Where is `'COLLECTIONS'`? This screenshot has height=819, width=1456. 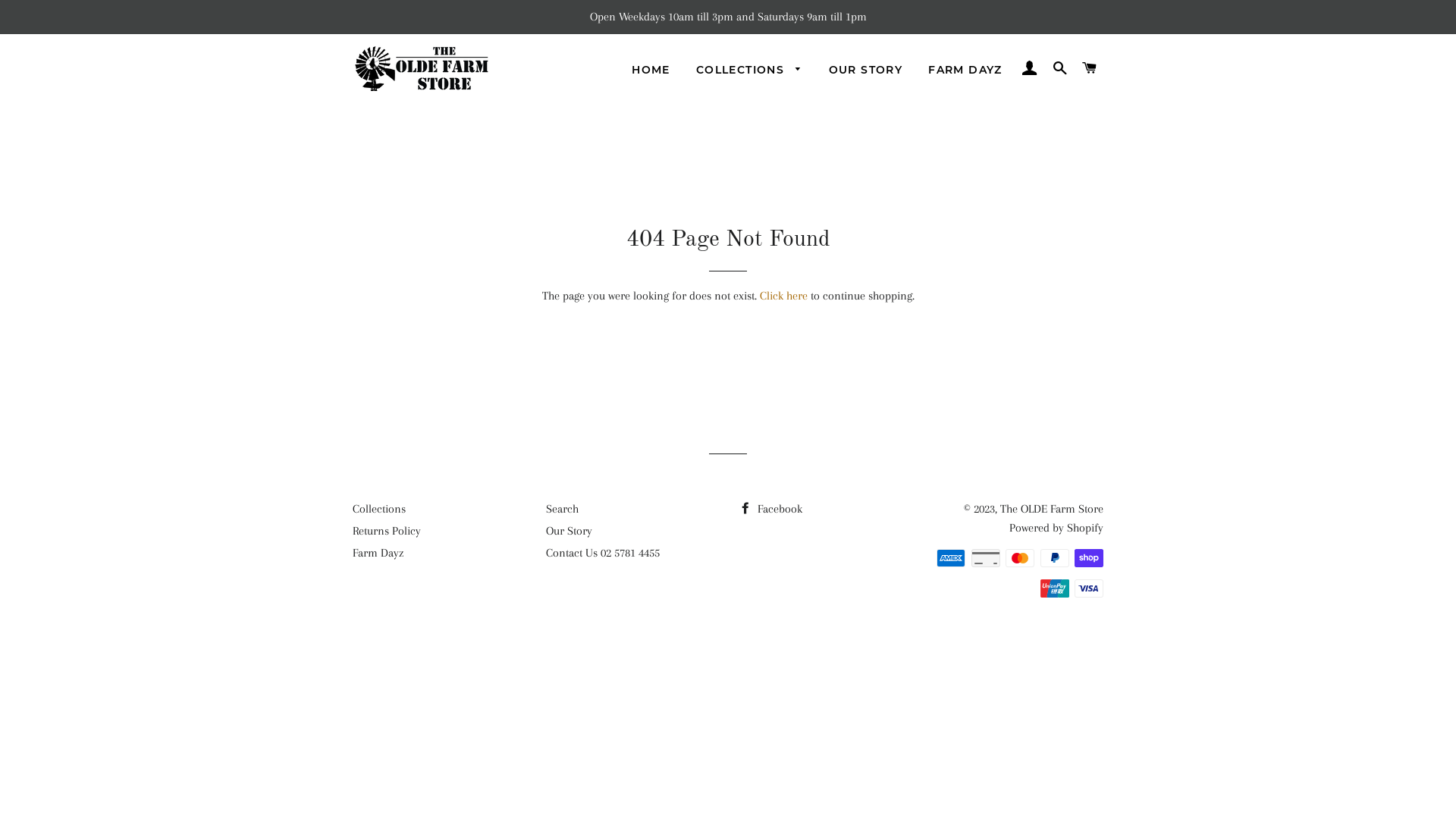 'COLLECTIONS' is located at coordinates (749, 70).